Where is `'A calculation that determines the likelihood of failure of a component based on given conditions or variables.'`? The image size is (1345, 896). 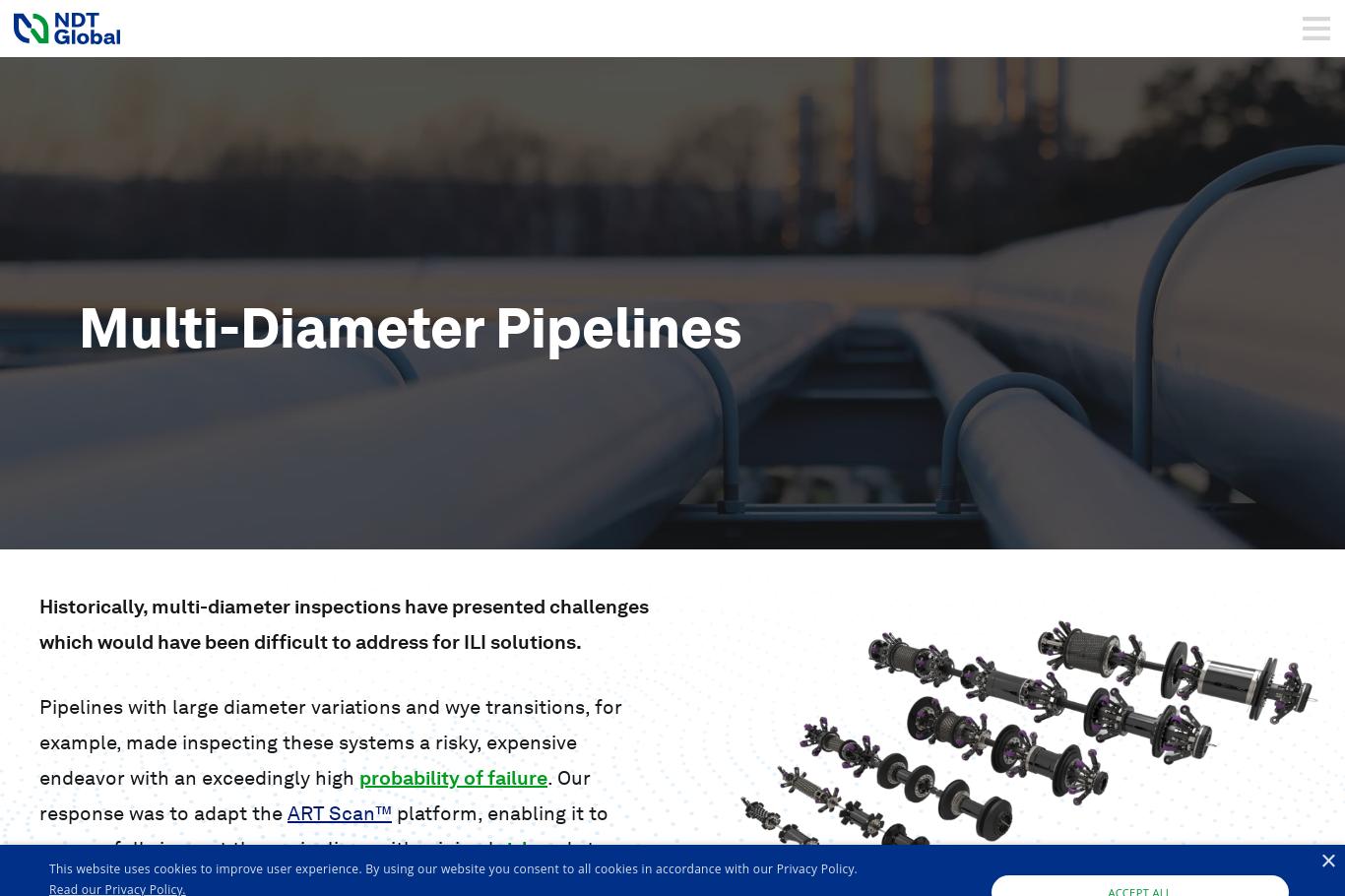 'A calculation that determines the likelihood of failure of a component based on given conditions or variables.' is located at coordinates (283, 828).